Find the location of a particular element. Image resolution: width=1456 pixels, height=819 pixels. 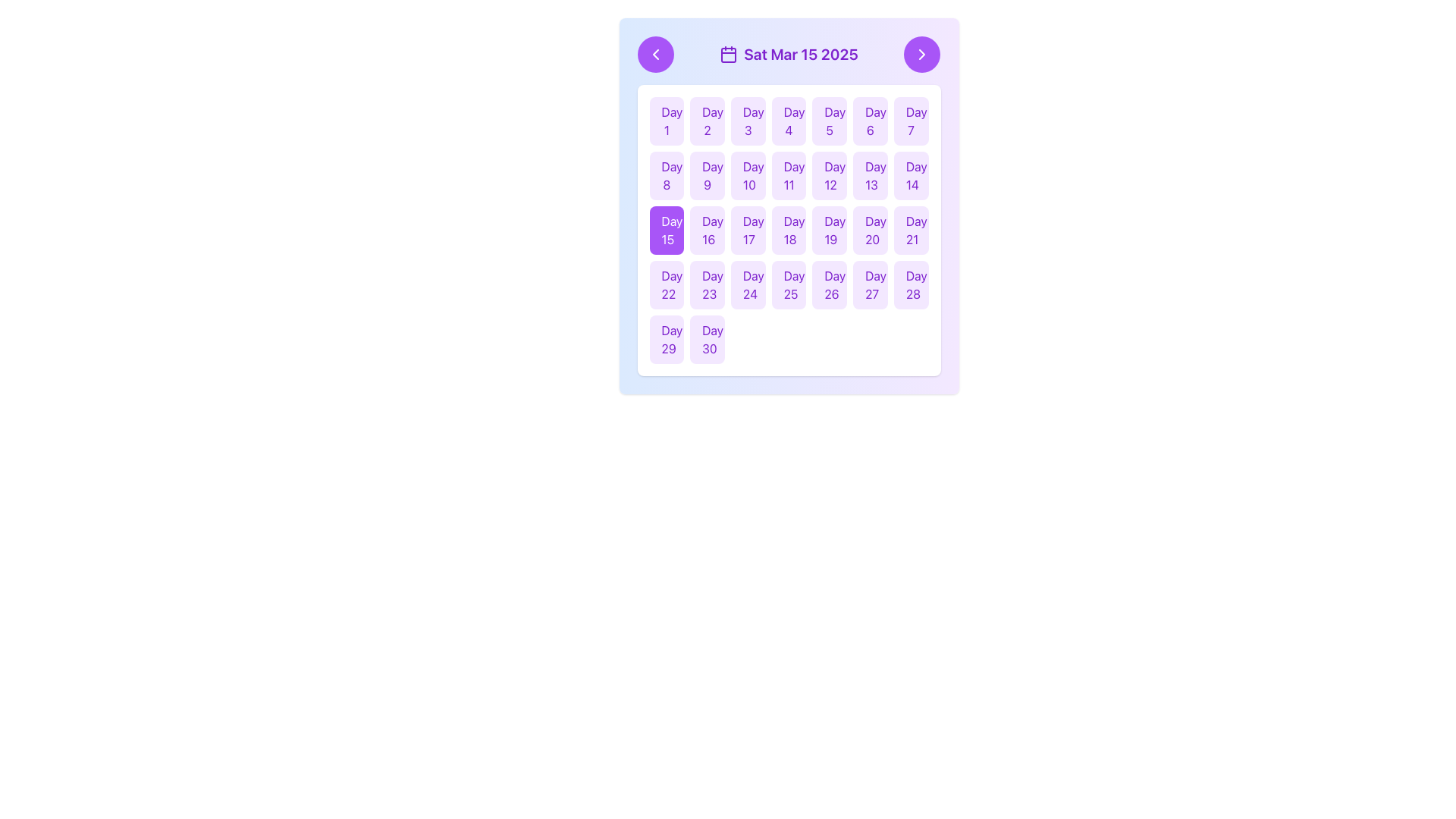

the 'Day 10' button, which is a rectangular button with rounded corners, purple background, and white text, located in the second row and third column of the calendar grid is located at coordinates (748, 174).